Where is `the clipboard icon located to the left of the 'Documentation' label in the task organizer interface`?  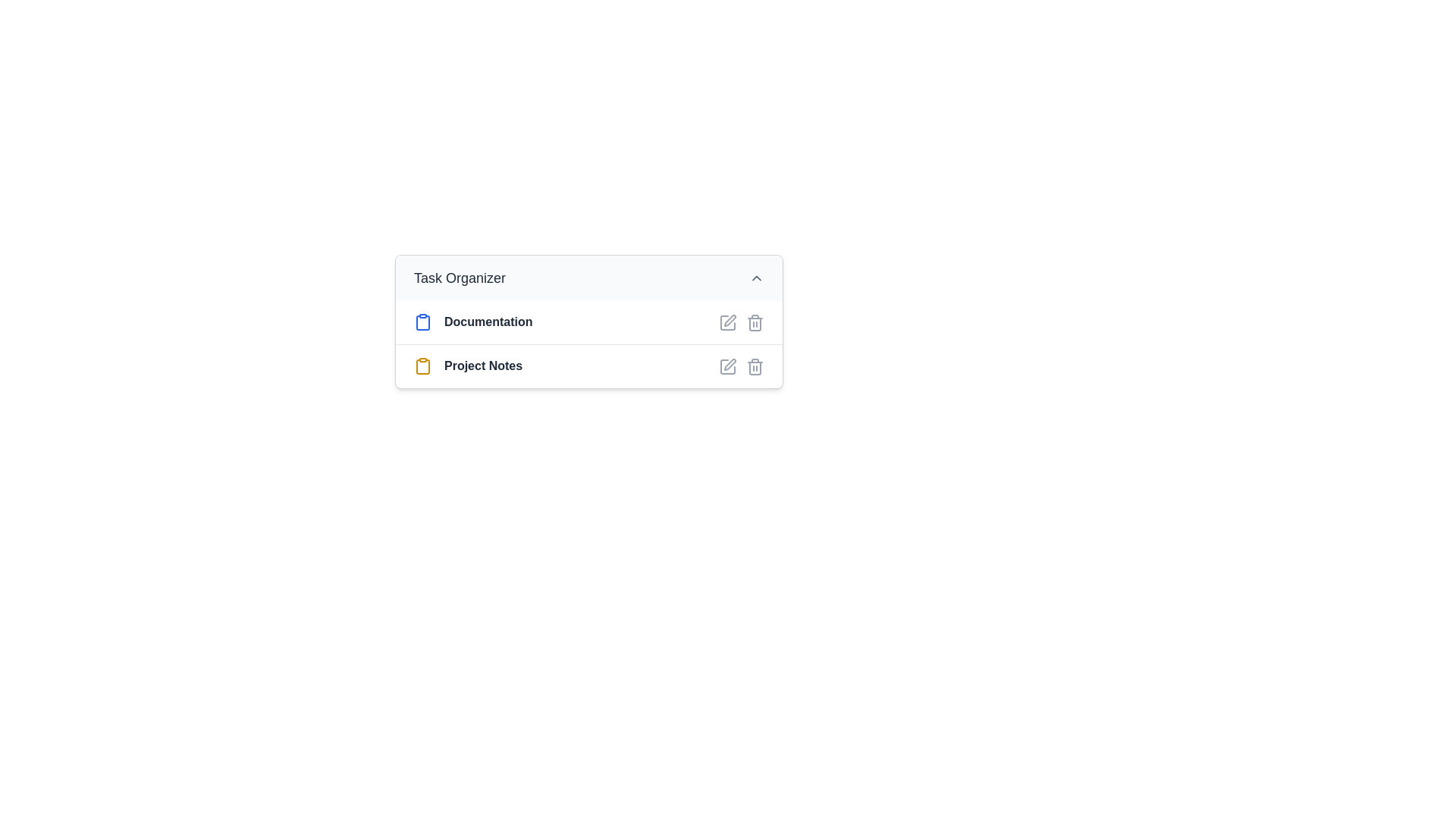
the clipboard icon located to the left of the 'Documentation' label in the task organizer interface is located at coordinates (422, 321).